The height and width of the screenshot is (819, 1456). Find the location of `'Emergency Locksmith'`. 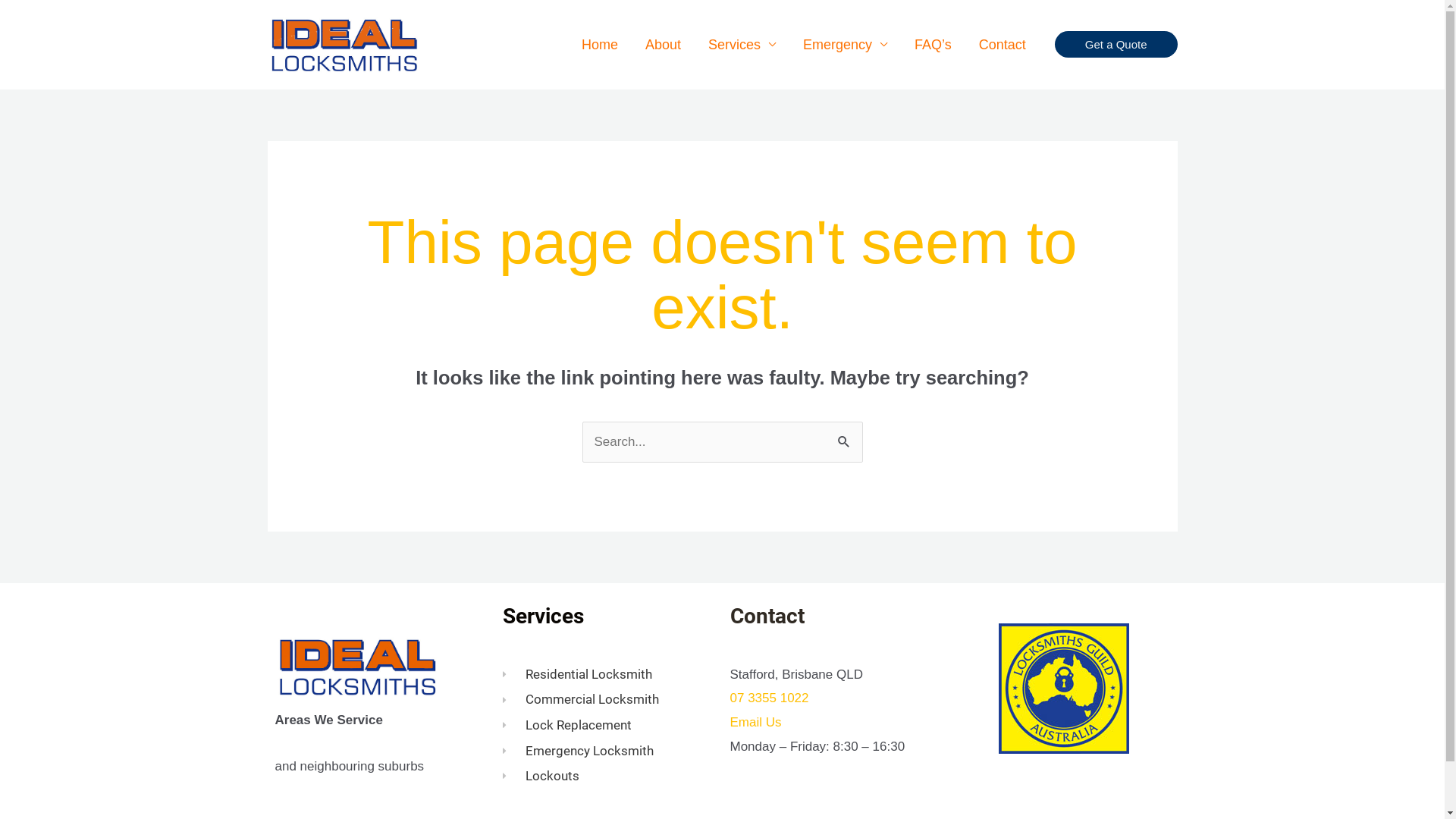

'Emergency Locksmith' is located at coordinates (607, 752).